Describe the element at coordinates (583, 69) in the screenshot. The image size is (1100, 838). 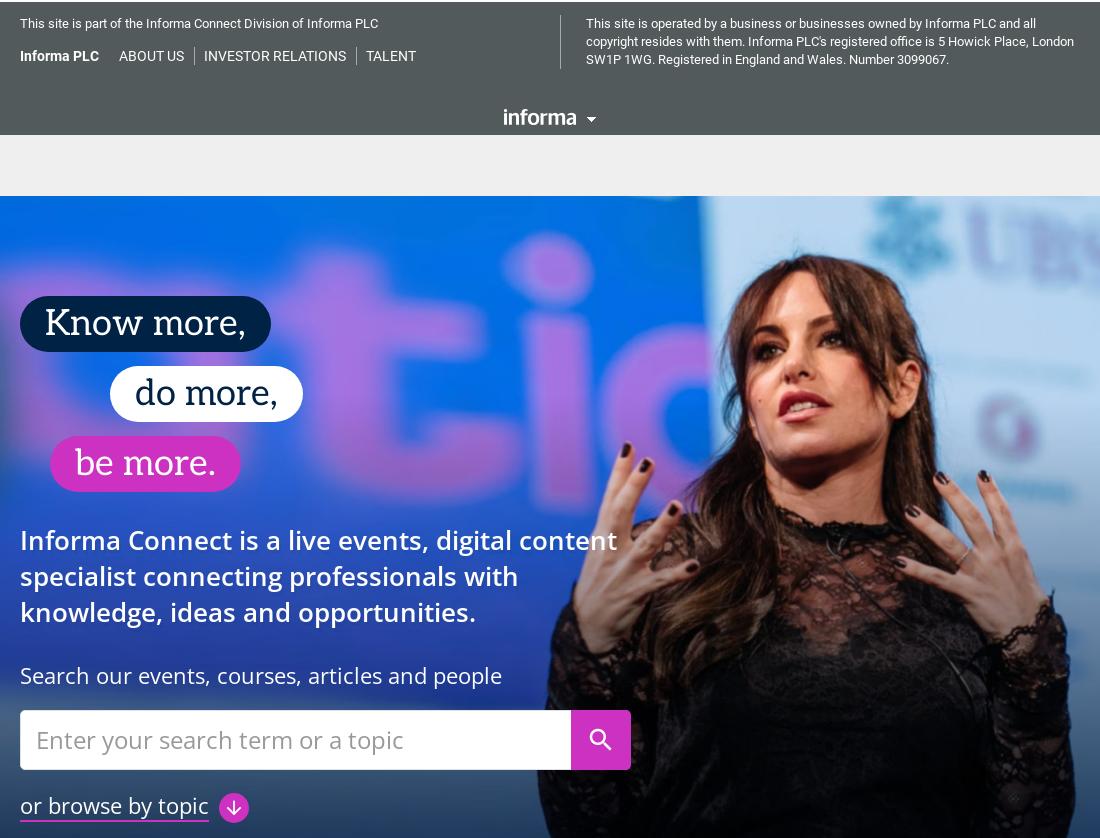
I see `'and'` at that location.